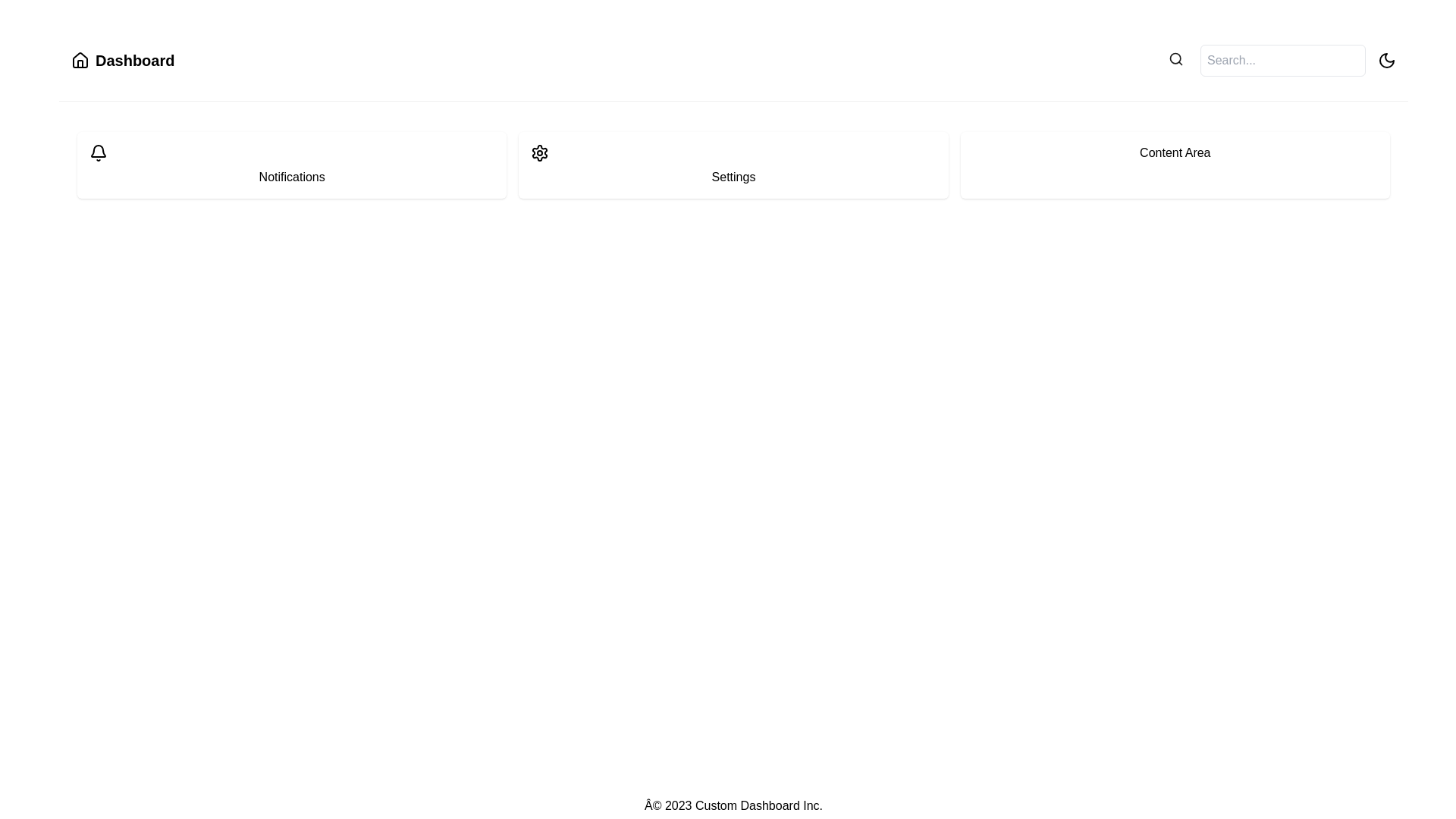 The height and width of the screenshot is (819, 1456). Describe the element at coordinates (123, 60) in the screenshot. I see `the navigational label with an icon located at the upper left section of the interface, which indicates access to the dashboard section of the application` at that location.